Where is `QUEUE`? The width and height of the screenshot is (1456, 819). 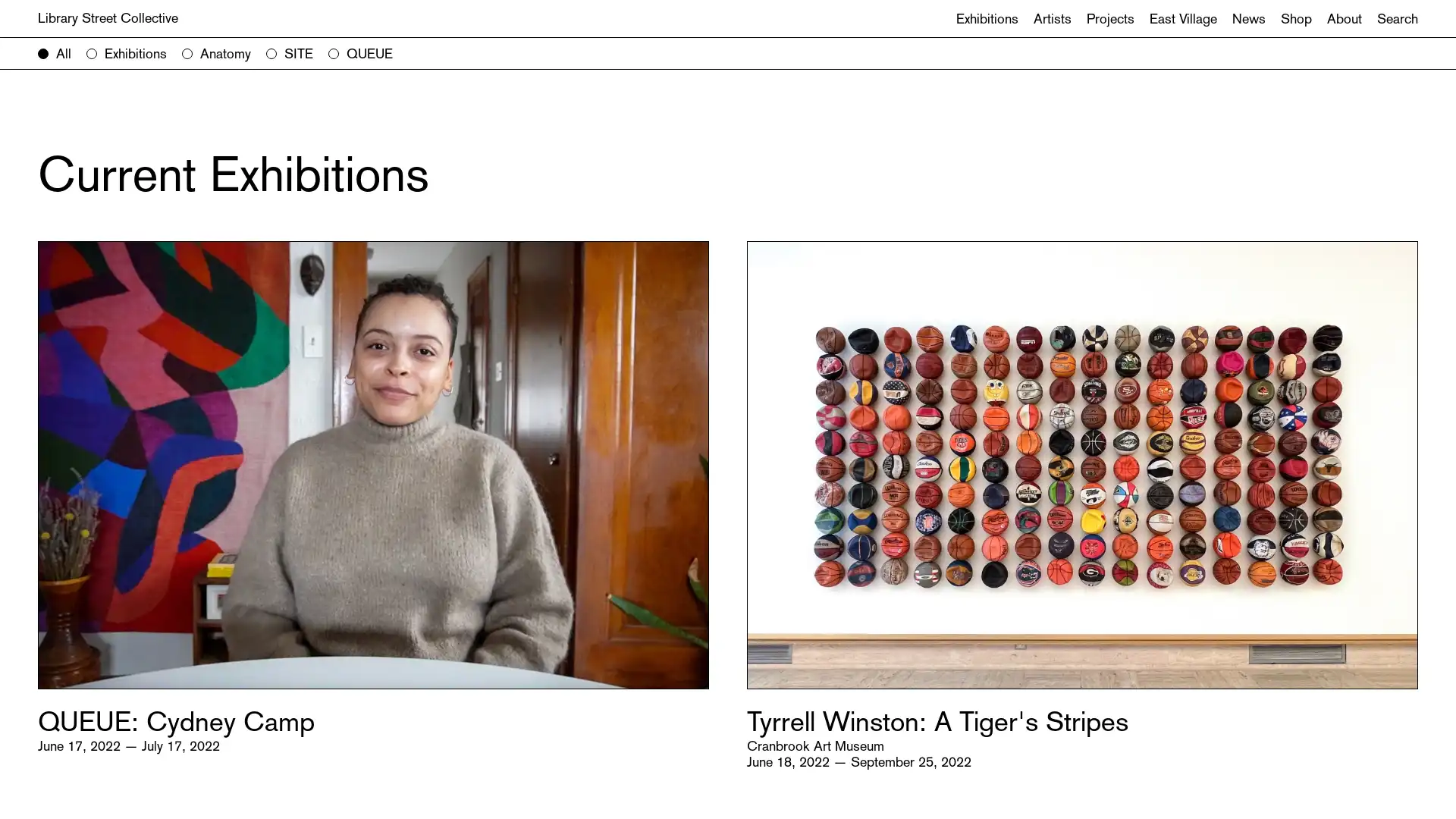 QUEUE is located at coordinates (359, 52).